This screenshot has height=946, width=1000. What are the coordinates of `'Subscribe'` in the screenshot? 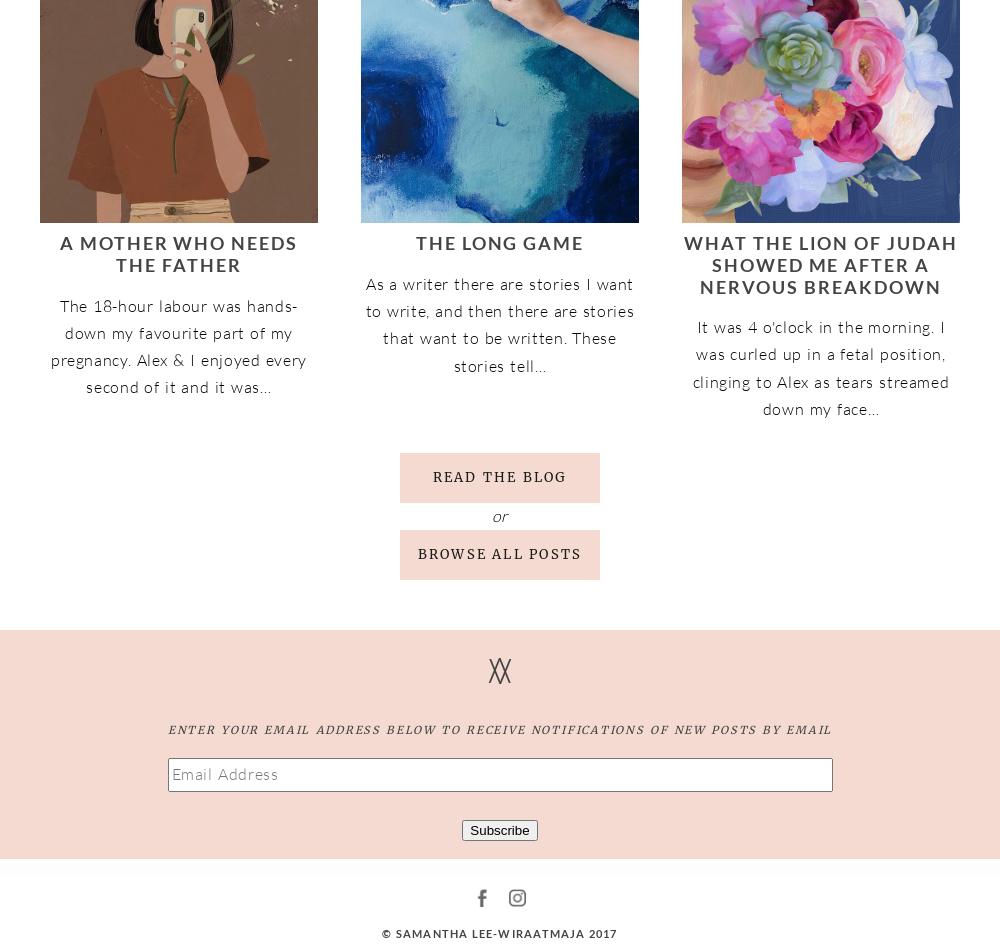 It's located at (498, 829).